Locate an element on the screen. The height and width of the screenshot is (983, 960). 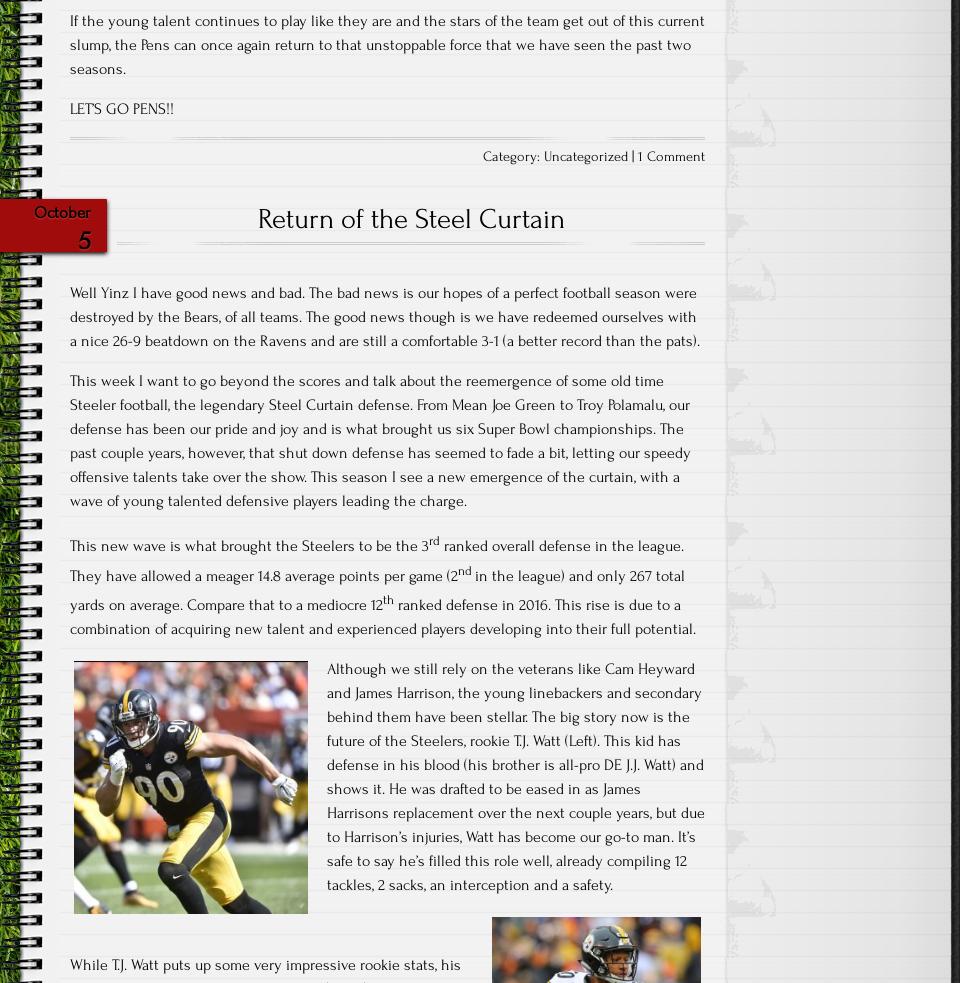
'1 Comment' is located at coordinates (637, 155).